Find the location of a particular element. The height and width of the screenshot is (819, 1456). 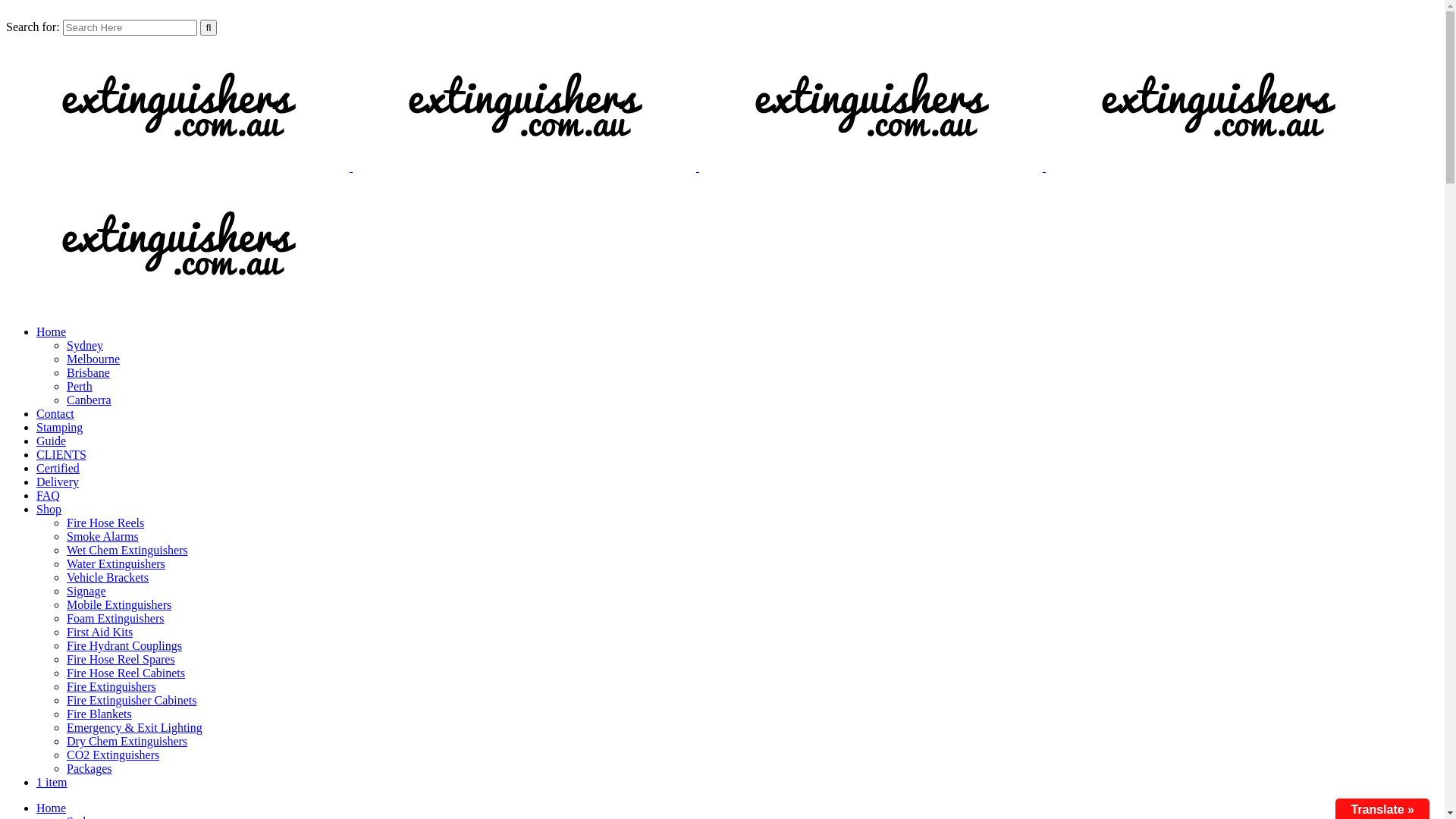

'Fire Extinguisher Cabinets' is located at coordinates (131, 700).